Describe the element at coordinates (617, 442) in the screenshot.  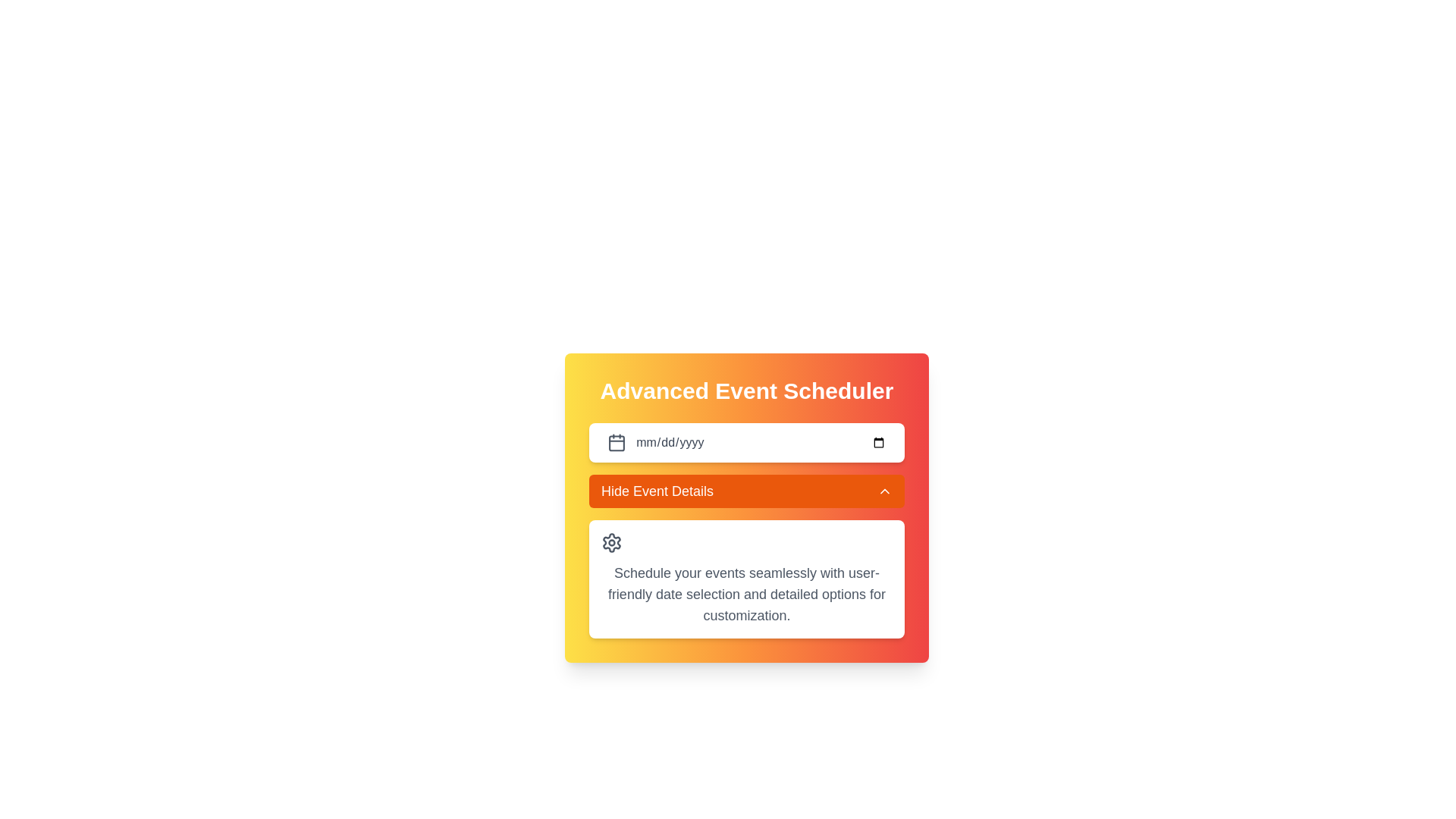
I see `the calendar icon, which is a rounded square shape with a minimalistic gray design, positioned to the left of the date input field under the 'Advanced Event Scheduler' title` at that location.